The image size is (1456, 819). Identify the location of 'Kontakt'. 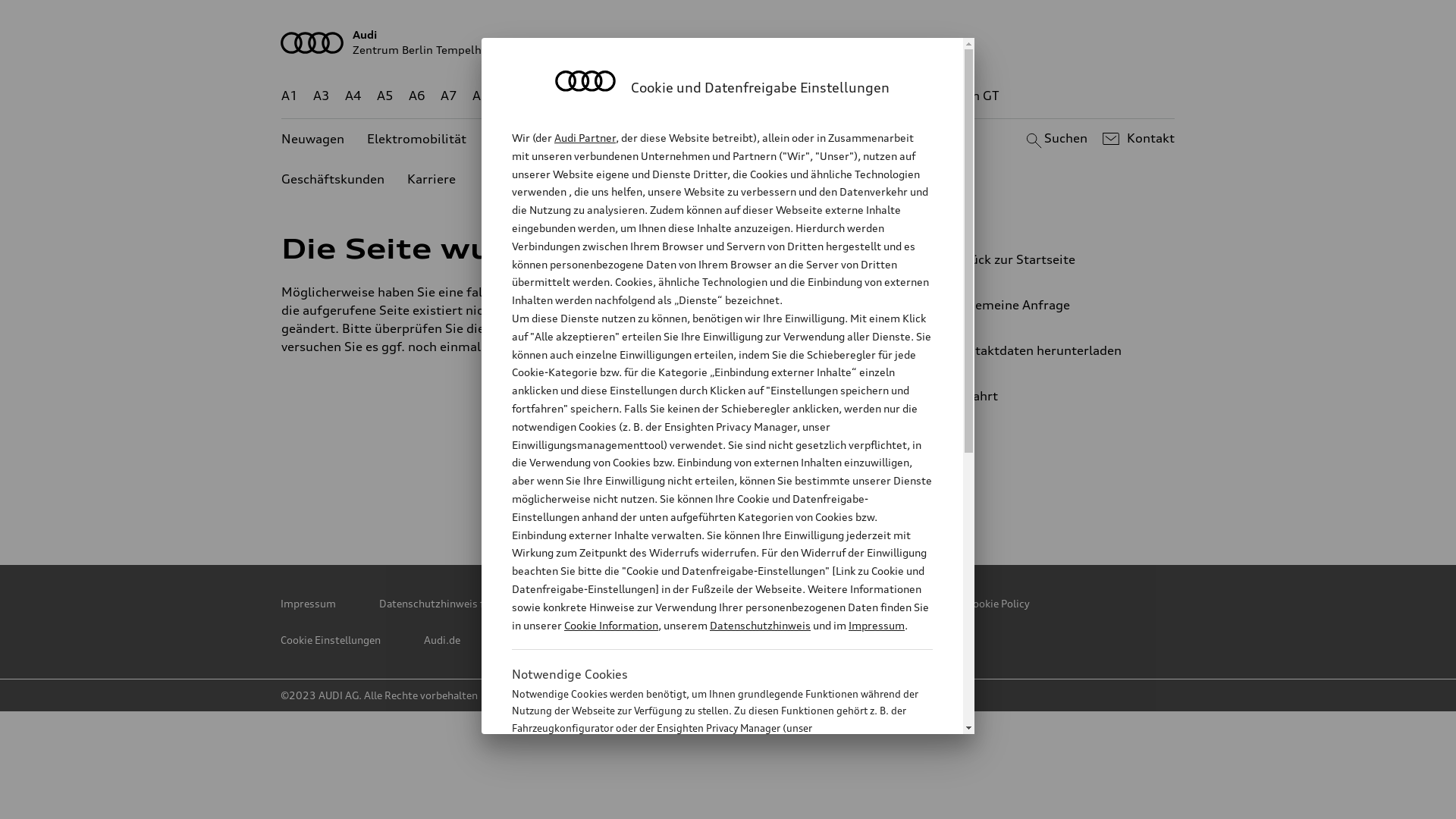
(1136, 138).